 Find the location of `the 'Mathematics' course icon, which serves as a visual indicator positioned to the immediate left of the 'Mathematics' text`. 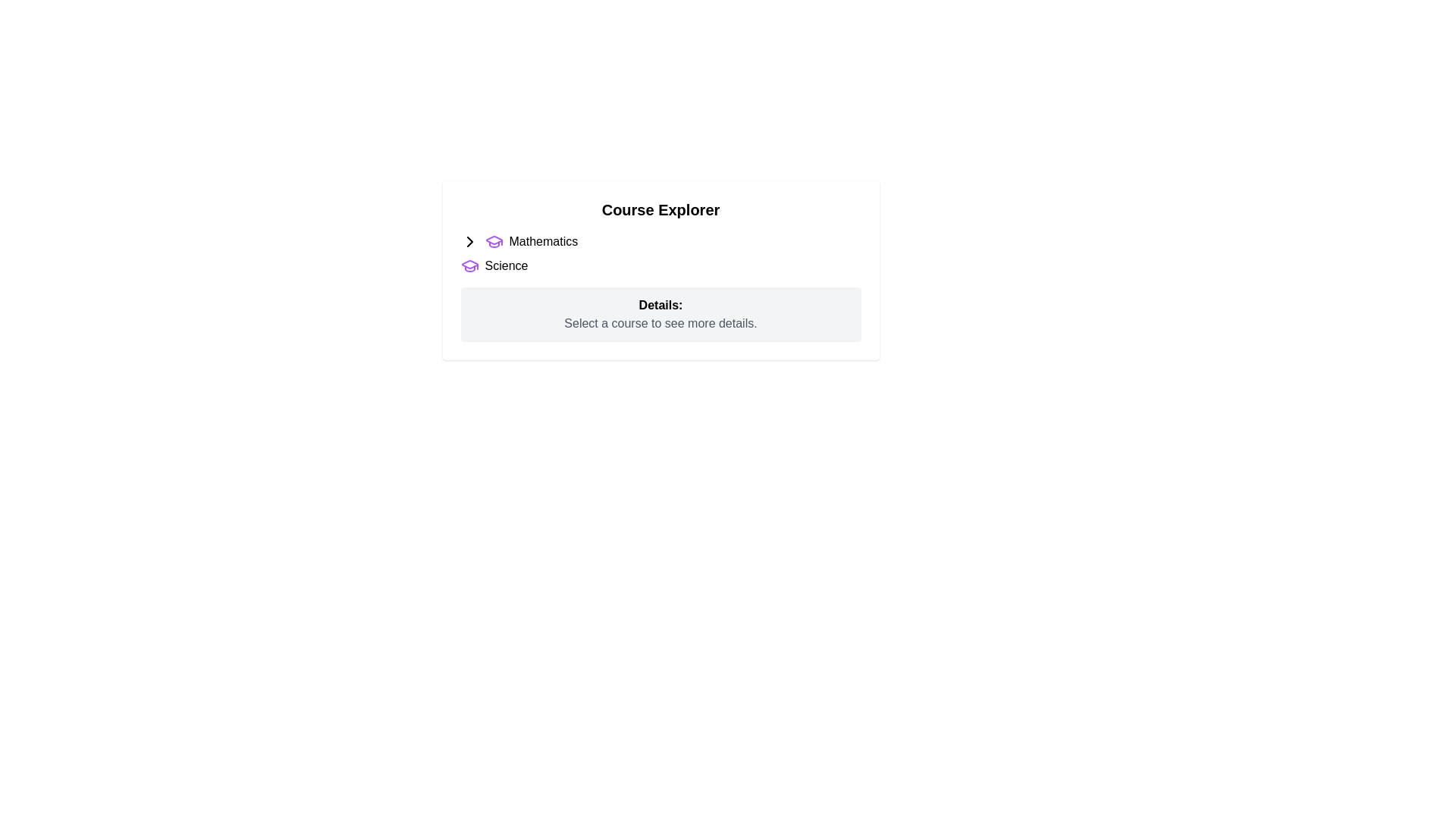

the 'Mathematics' course icon, which serves as a visual indicator positioned to the immediate left of the 'Mathematics' text is located at coordinates (494, 241).